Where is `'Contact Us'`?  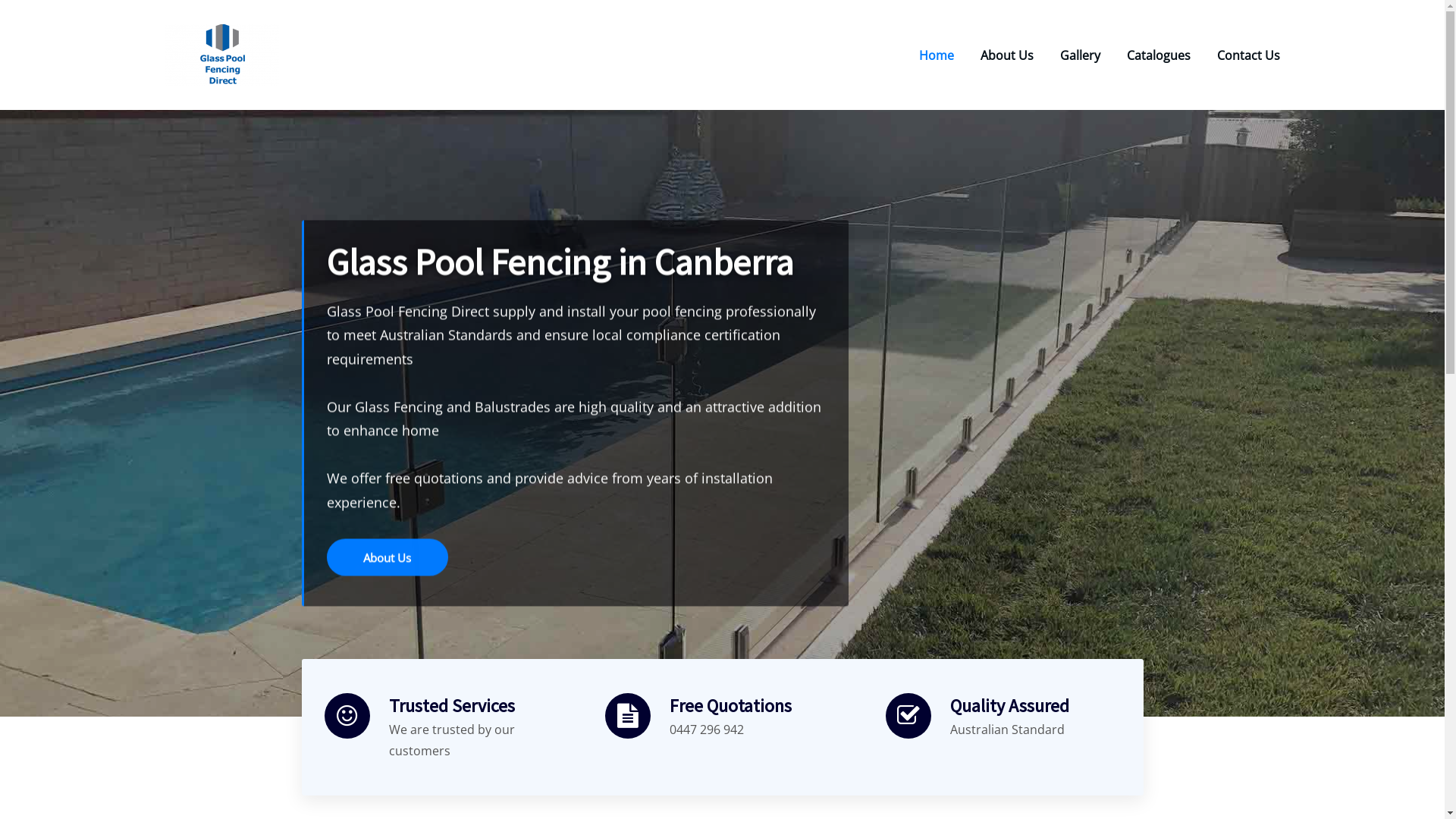
'Contact Us' is located at coordinates (1216, 54).